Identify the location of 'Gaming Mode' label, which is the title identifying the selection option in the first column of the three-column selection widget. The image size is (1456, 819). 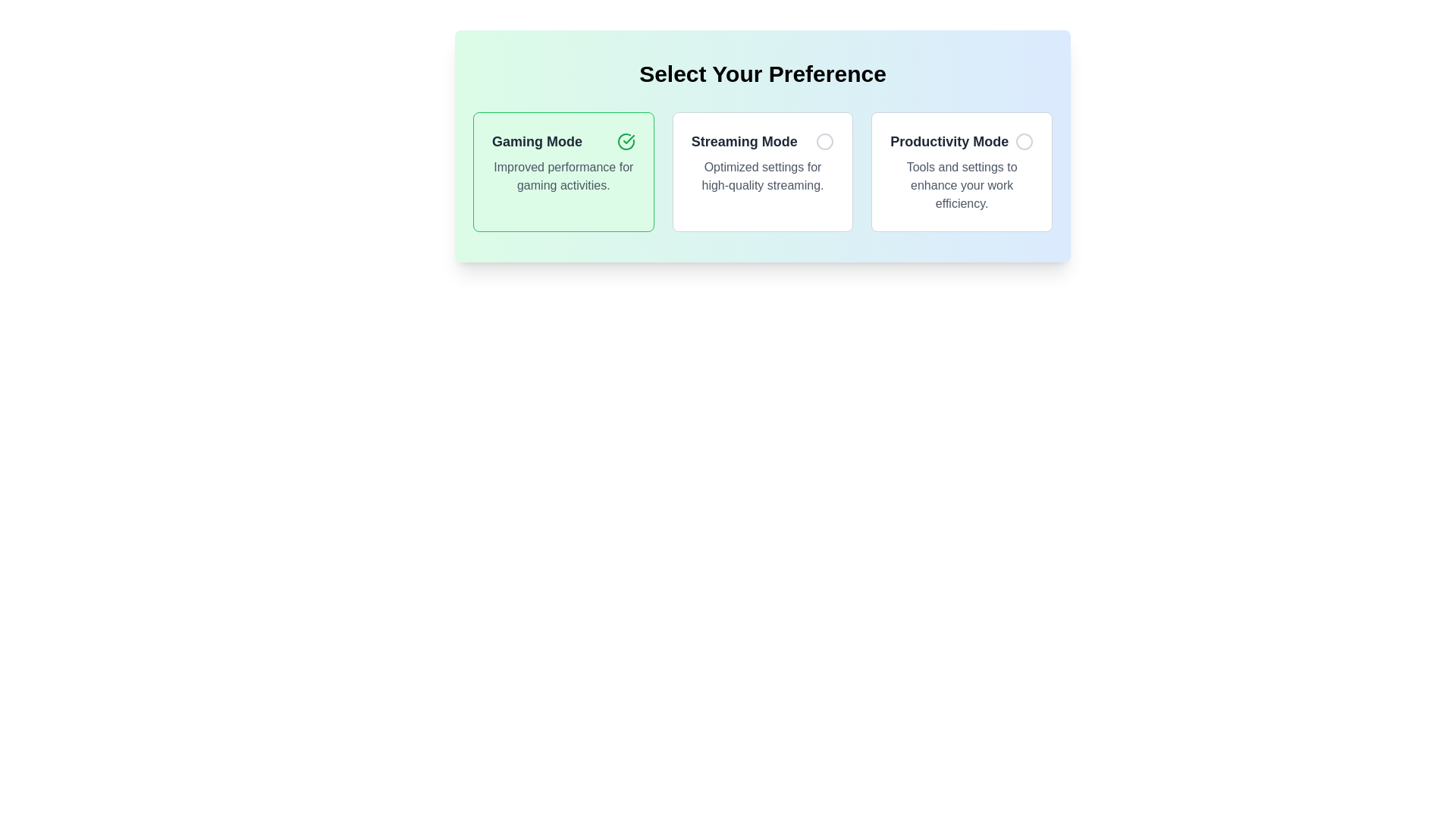
(537, 141).